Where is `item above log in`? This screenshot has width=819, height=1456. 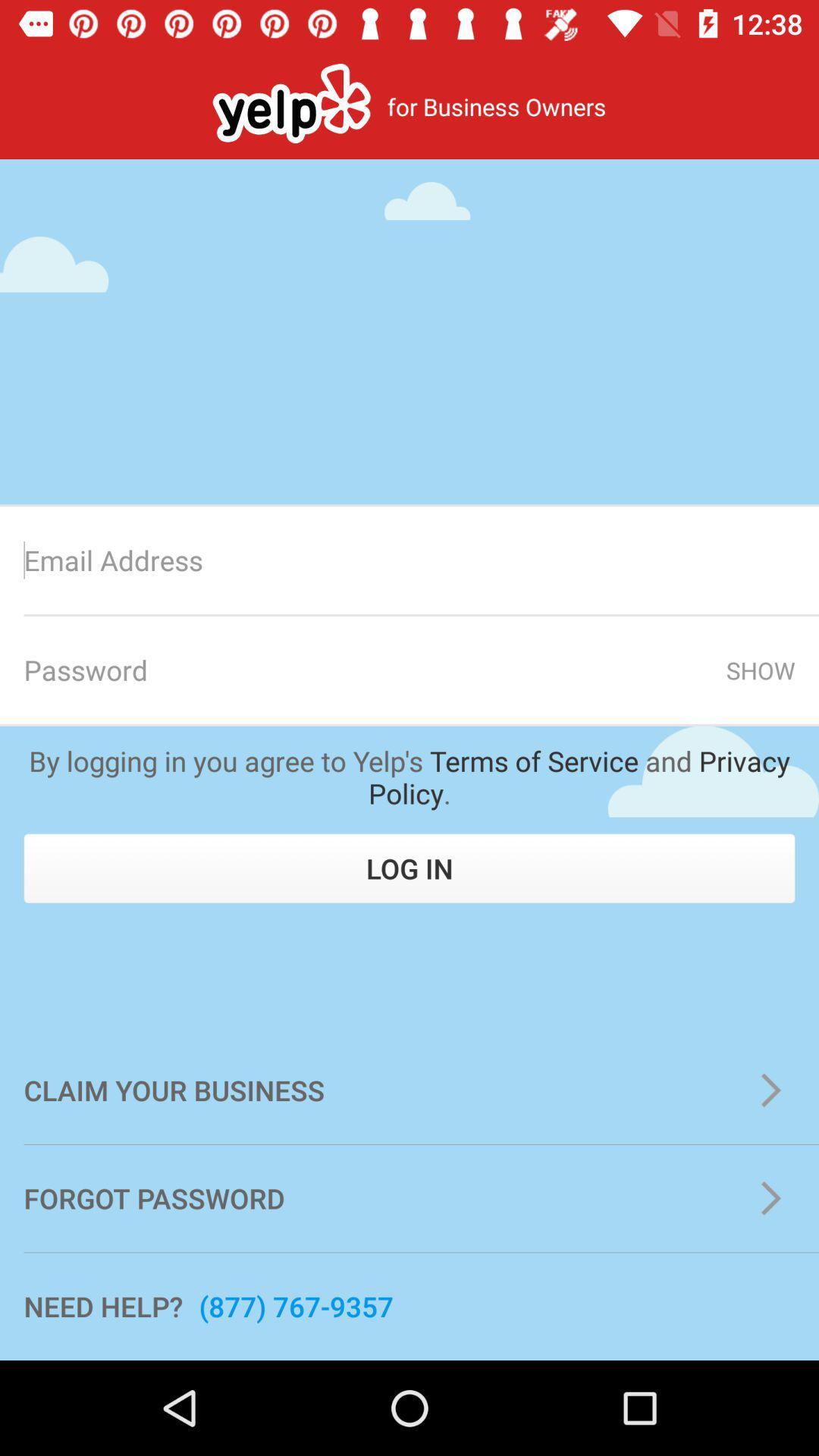
item above log in is located at coordinates (409, 777).